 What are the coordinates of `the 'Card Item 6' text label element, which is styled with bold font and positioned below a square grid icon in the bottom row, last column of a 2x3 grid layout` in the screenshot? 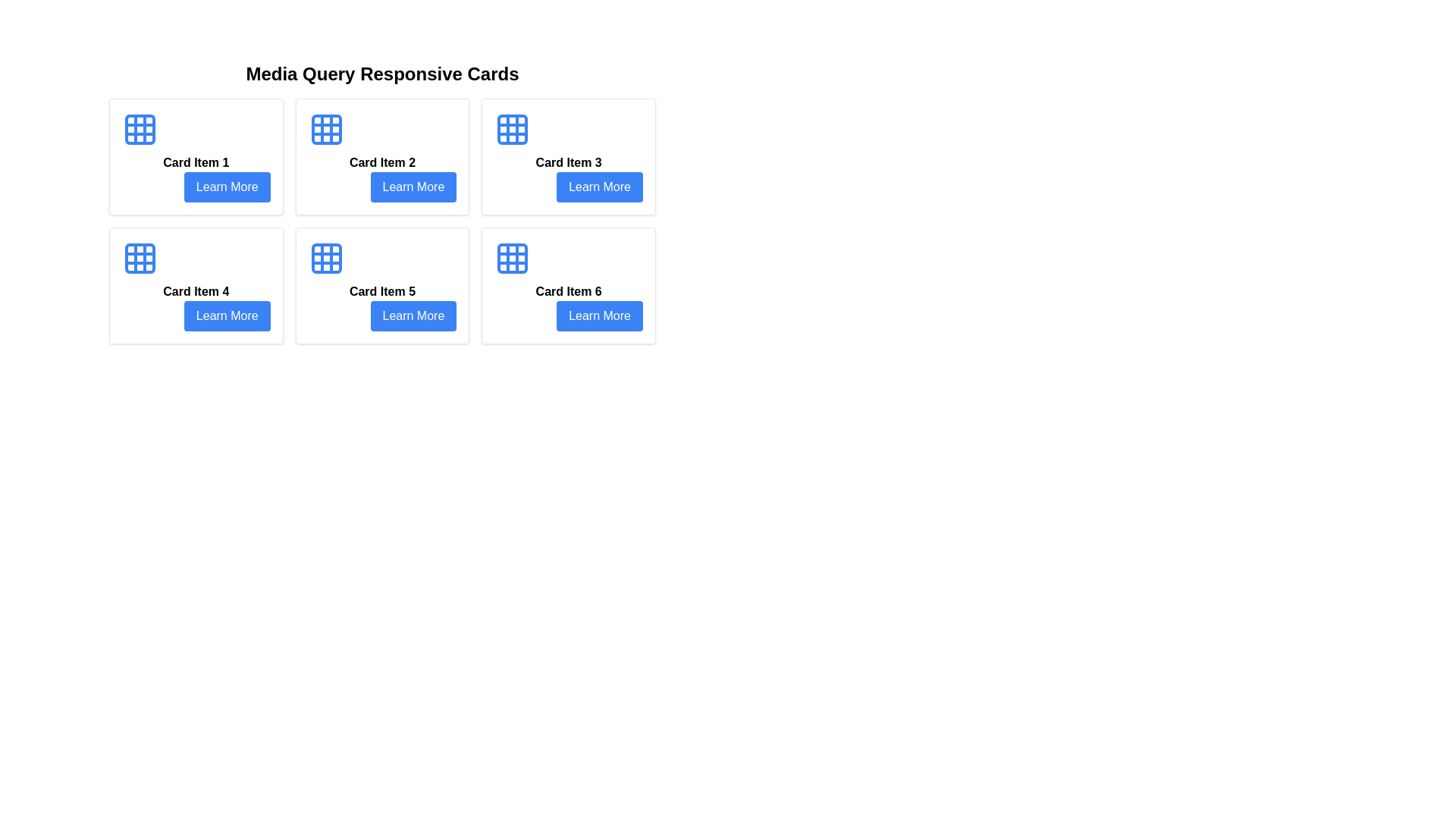 It's located at (568, 292).